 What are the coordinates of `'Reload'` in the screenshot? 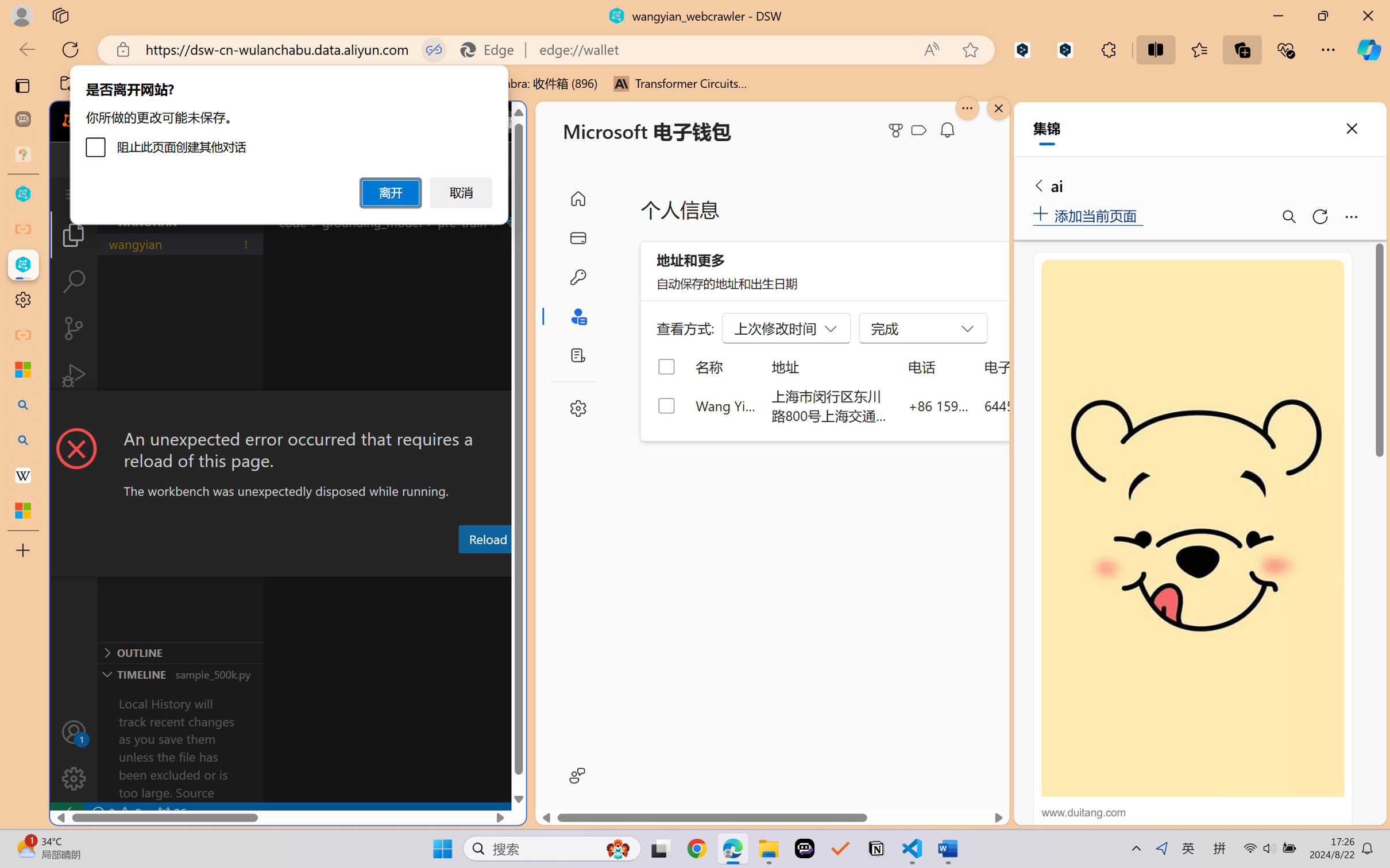 It's located at (486, 538).